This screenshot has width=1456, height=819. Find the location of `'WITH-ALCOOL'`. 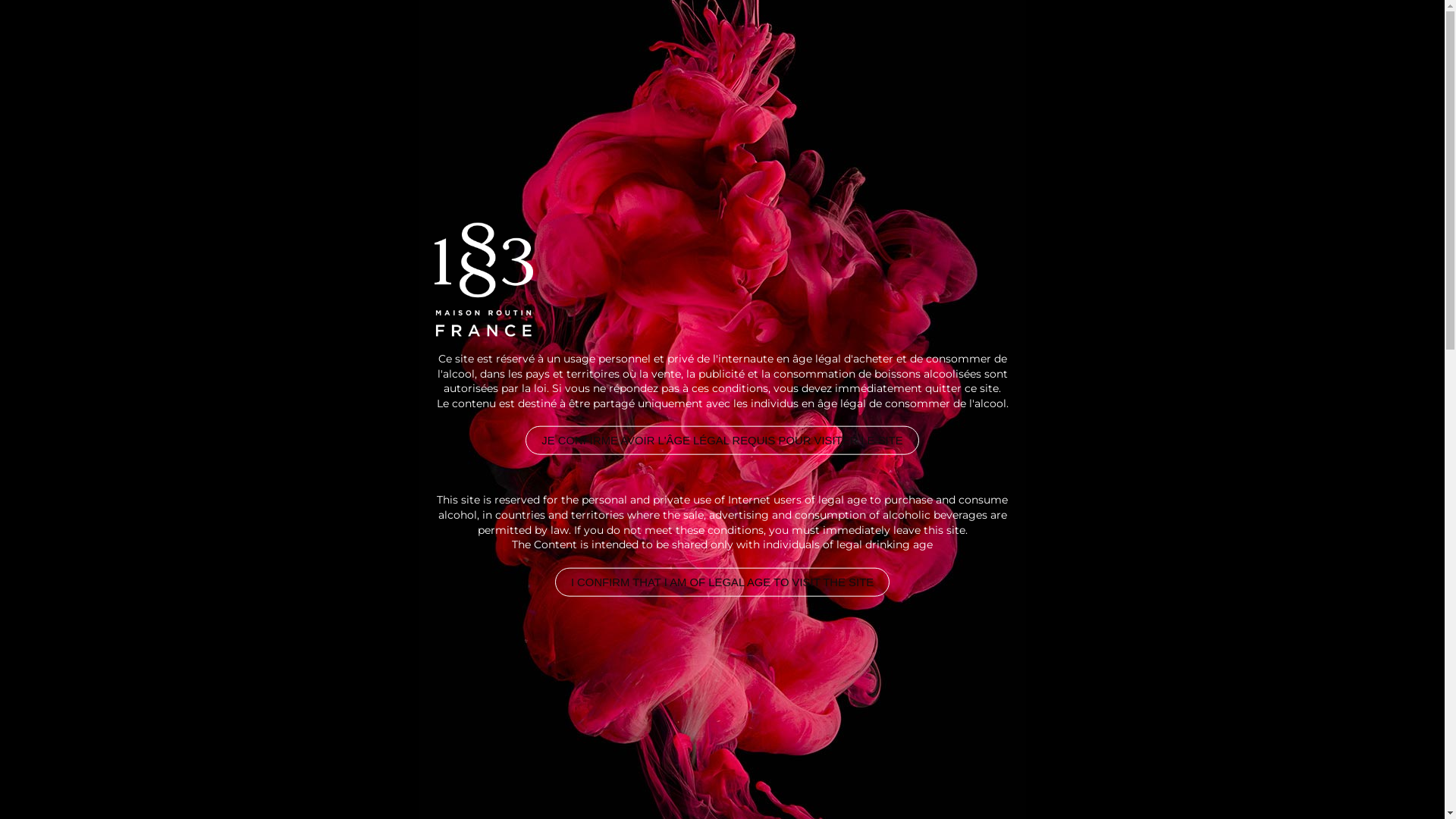

'WITH-ALCOOL' is located at coordinates (263, 225).